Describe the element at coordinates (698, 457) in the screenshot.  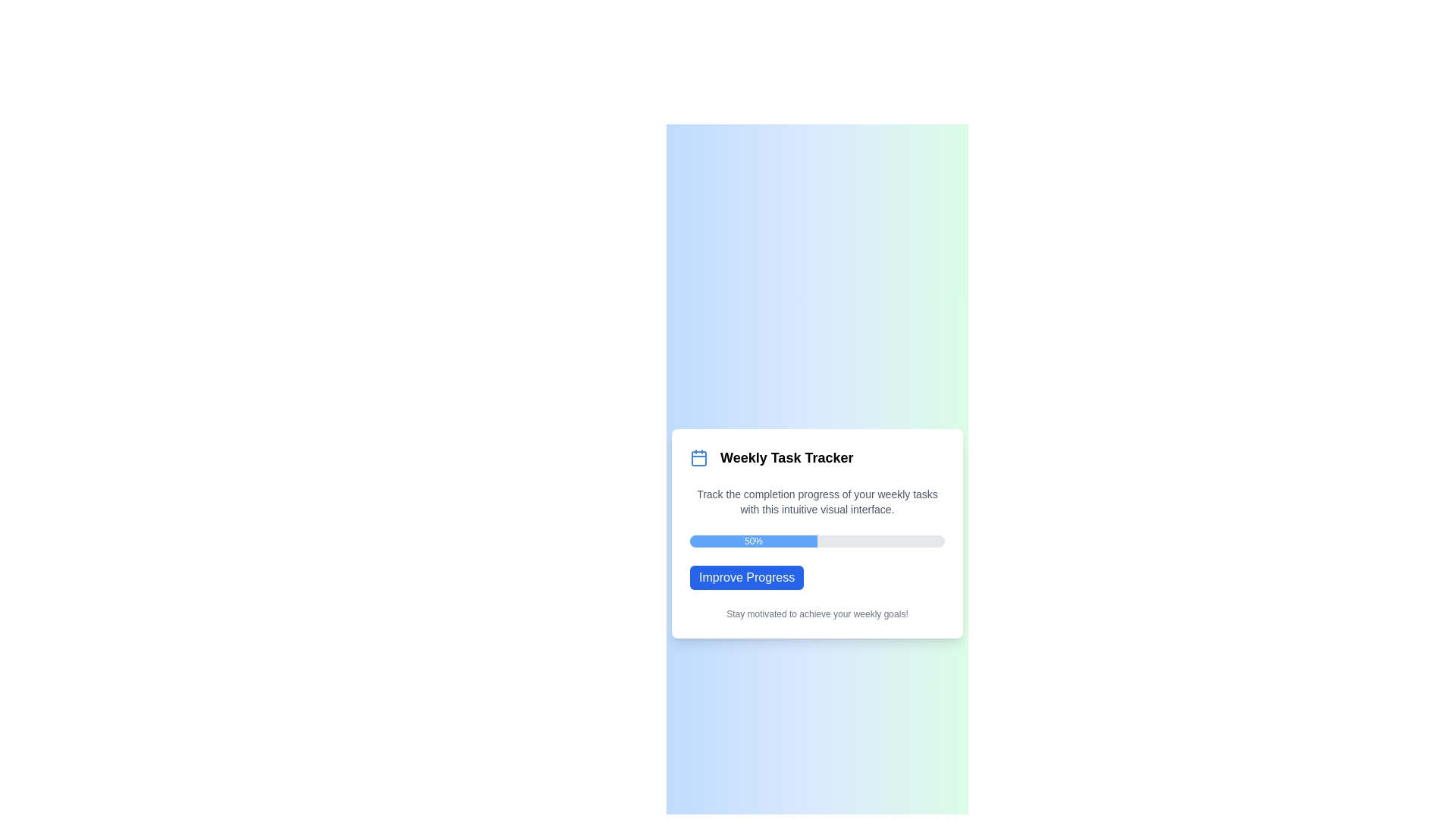
I see `the calendar icon with a blue outline that is located to the left of the text 'Weekly Task Tracker'` at that location.